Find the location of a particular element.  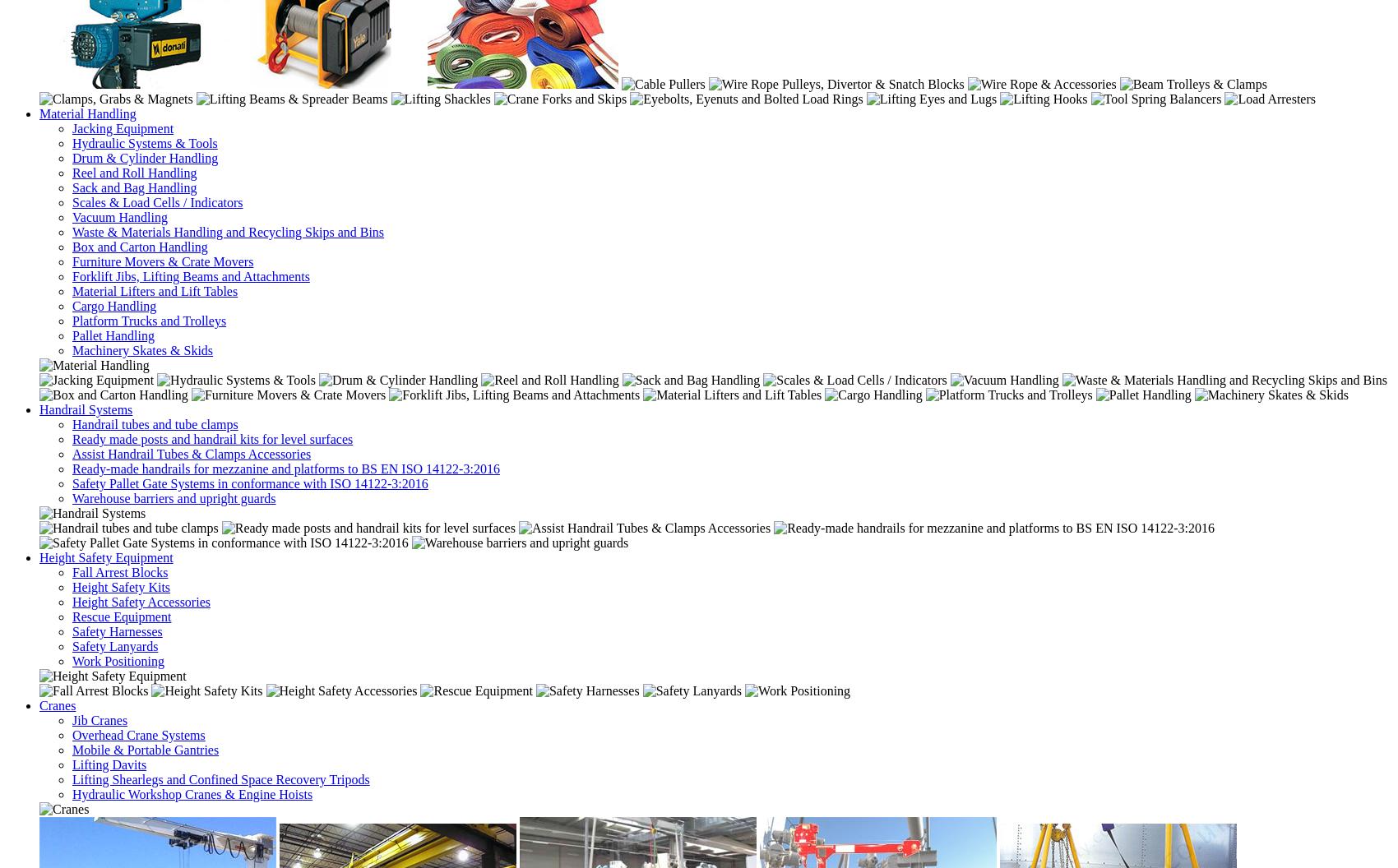

'Handrail Systems' is located at coordinates (86, 408).